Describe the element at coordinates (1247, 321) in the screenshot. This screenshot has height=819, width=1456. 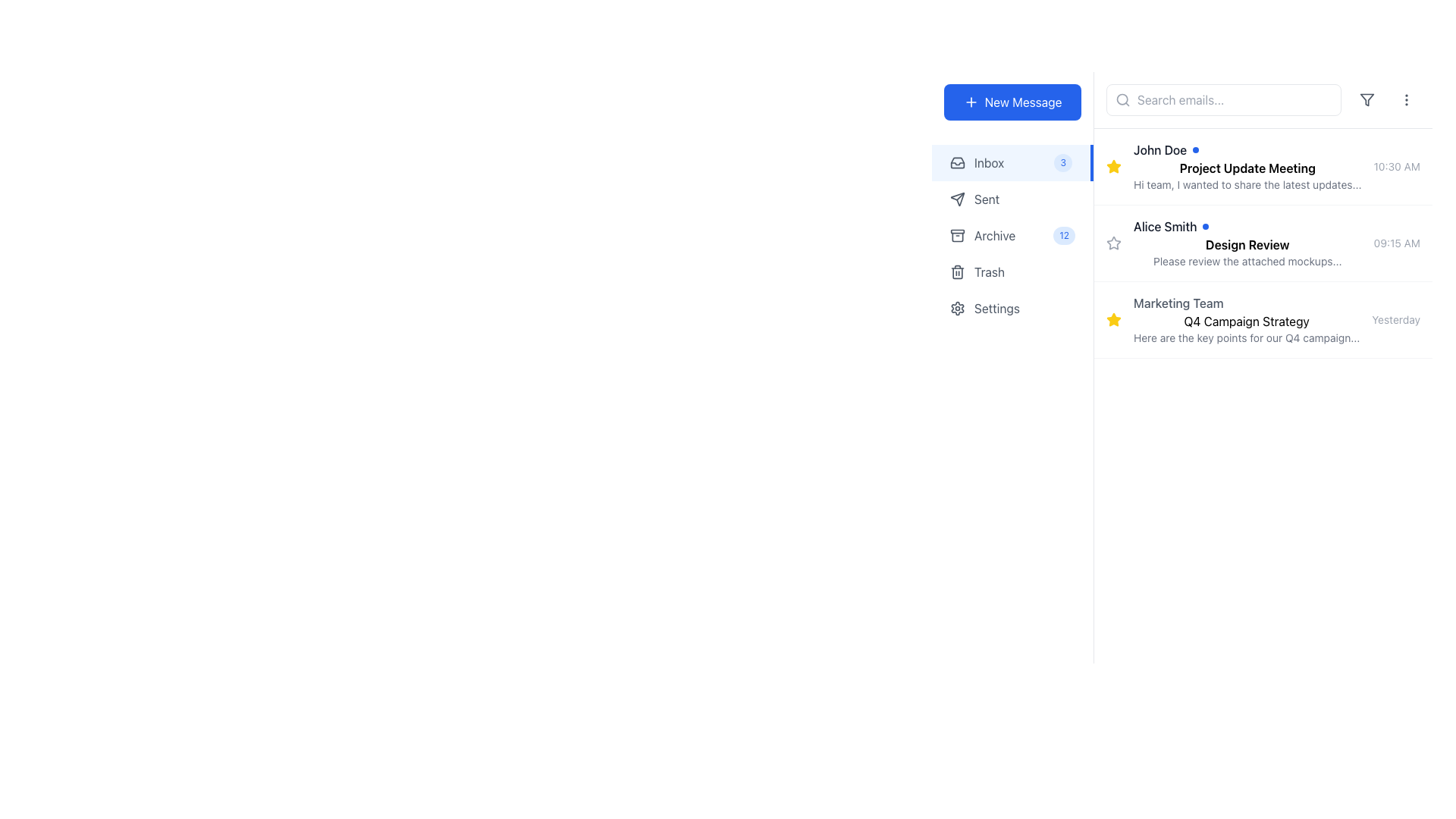
I see `the text label reading 'Q4 Campaign Strategy'` at that location.